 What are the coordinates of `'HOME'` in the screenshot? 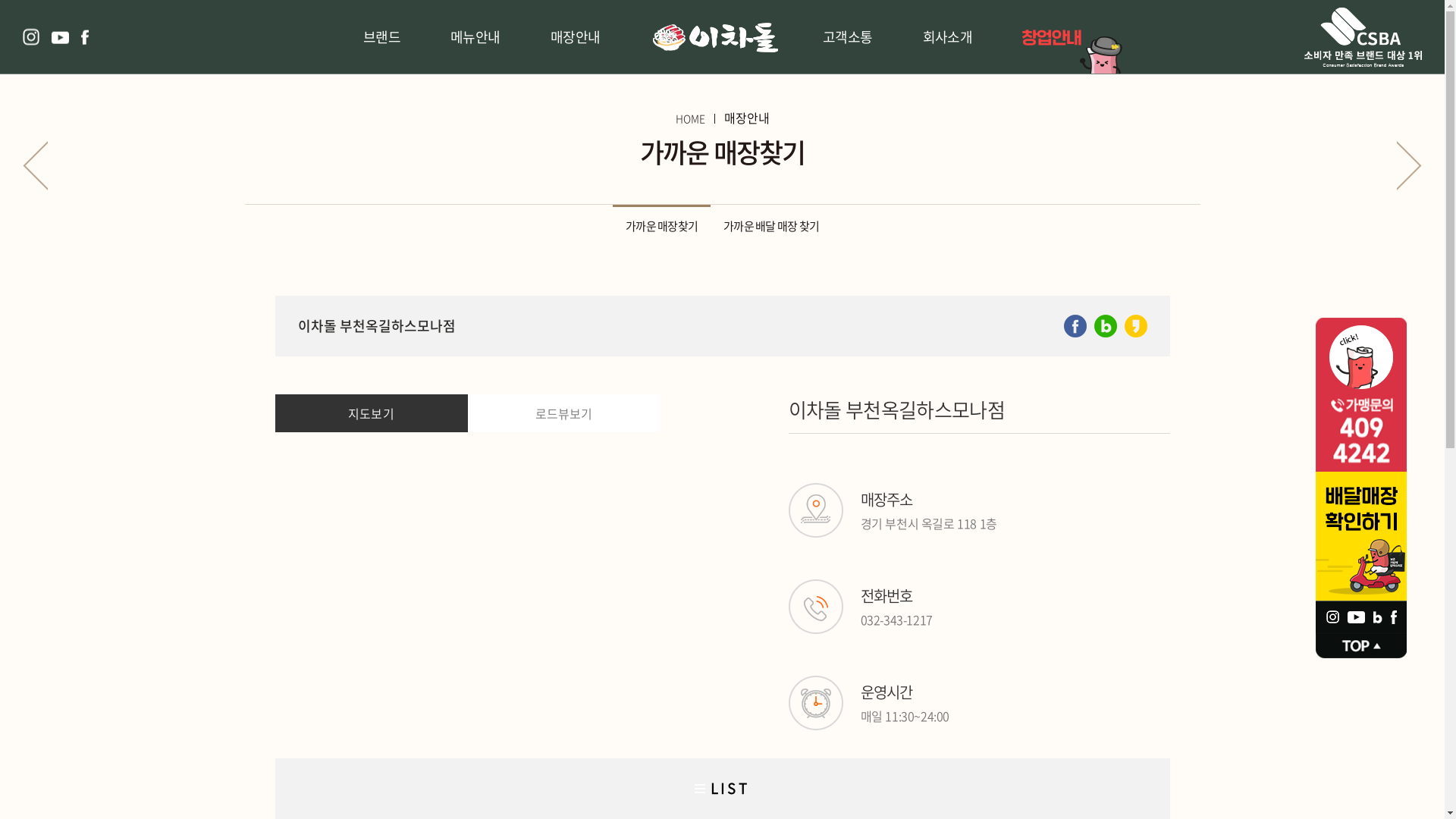 It's located at (689, 117).